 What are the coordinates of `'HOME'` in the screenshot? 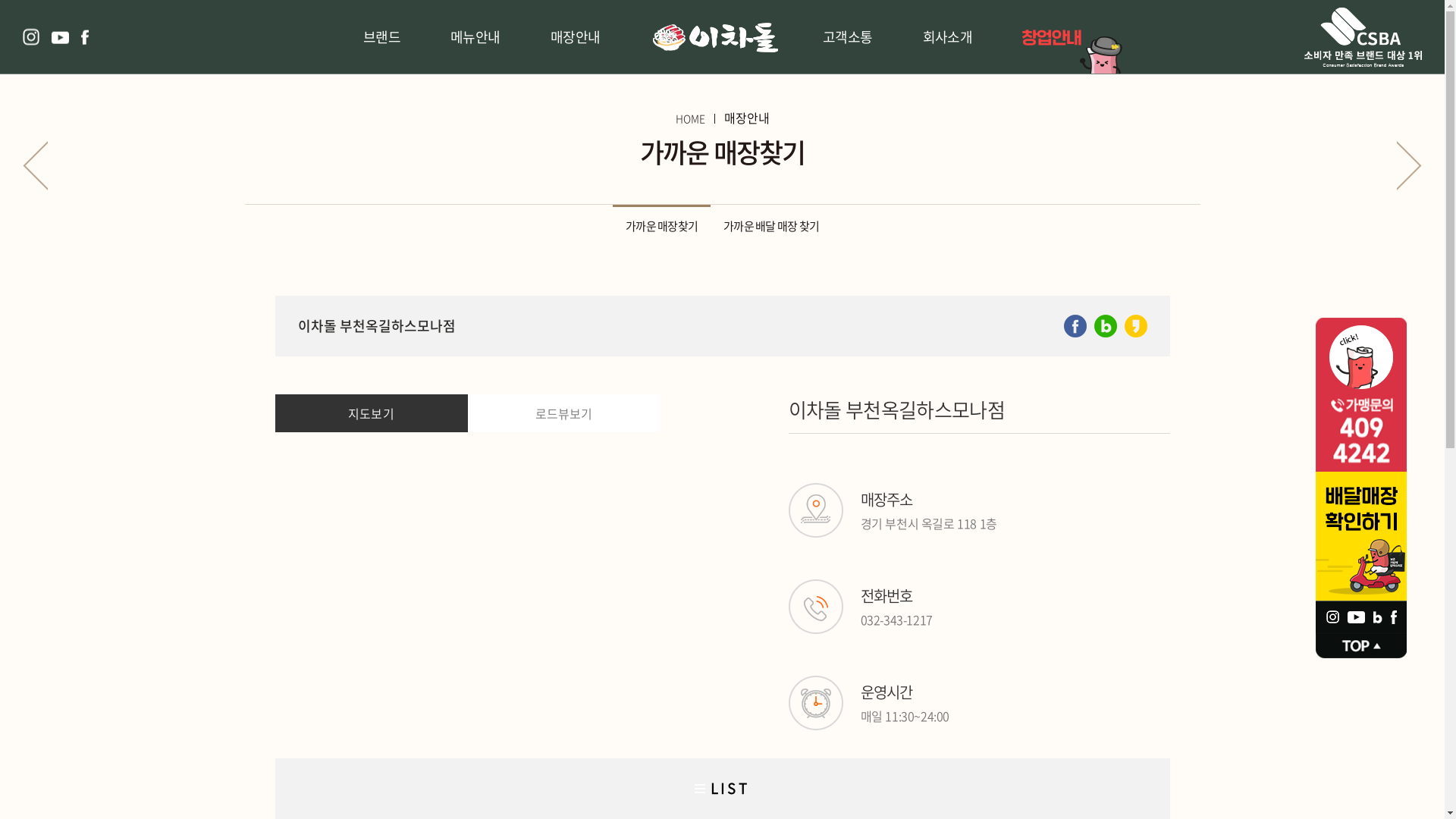 It's located at (689, 117).